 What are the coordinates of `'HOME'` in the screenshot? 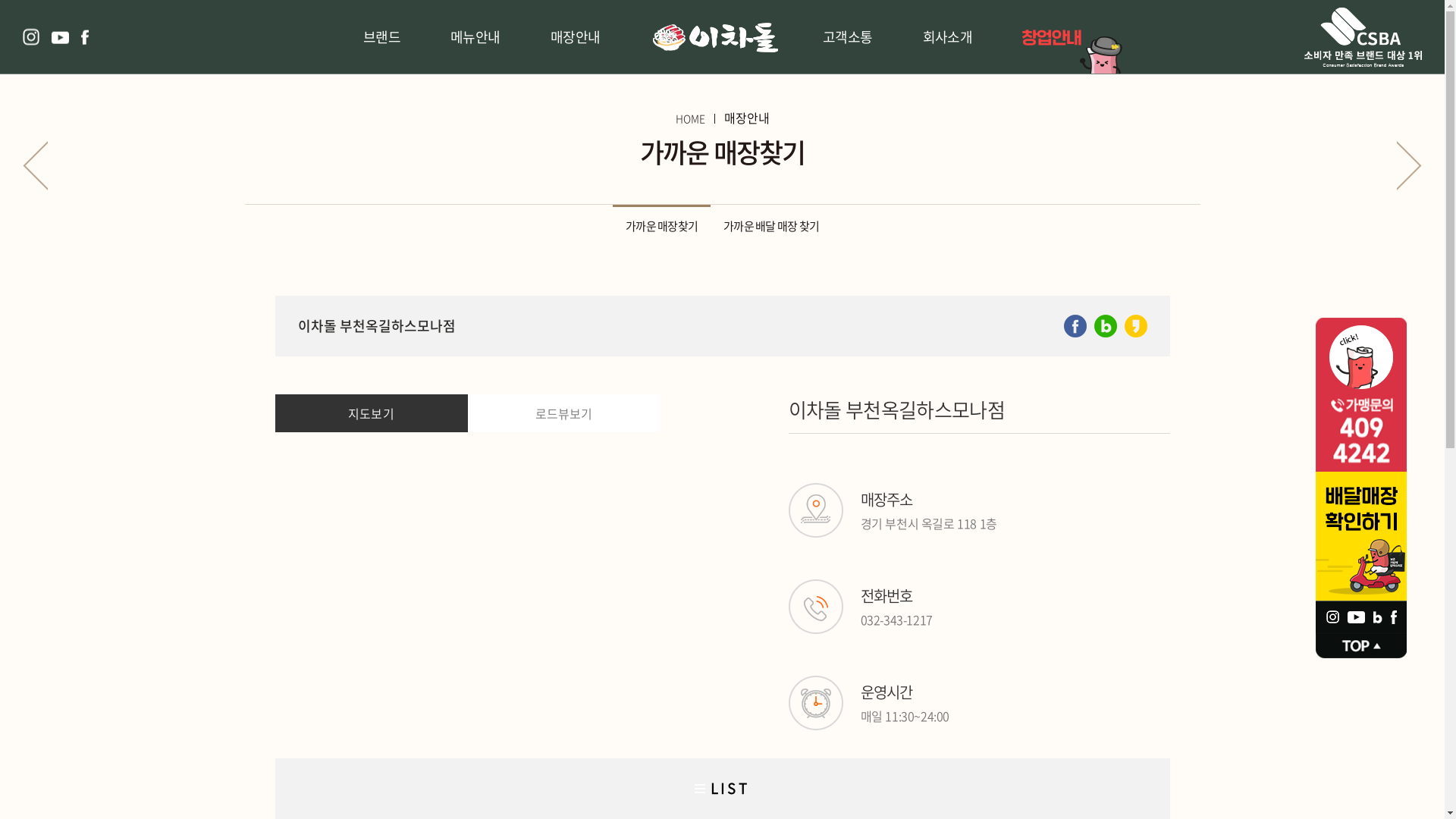 It's located at (689, 117).